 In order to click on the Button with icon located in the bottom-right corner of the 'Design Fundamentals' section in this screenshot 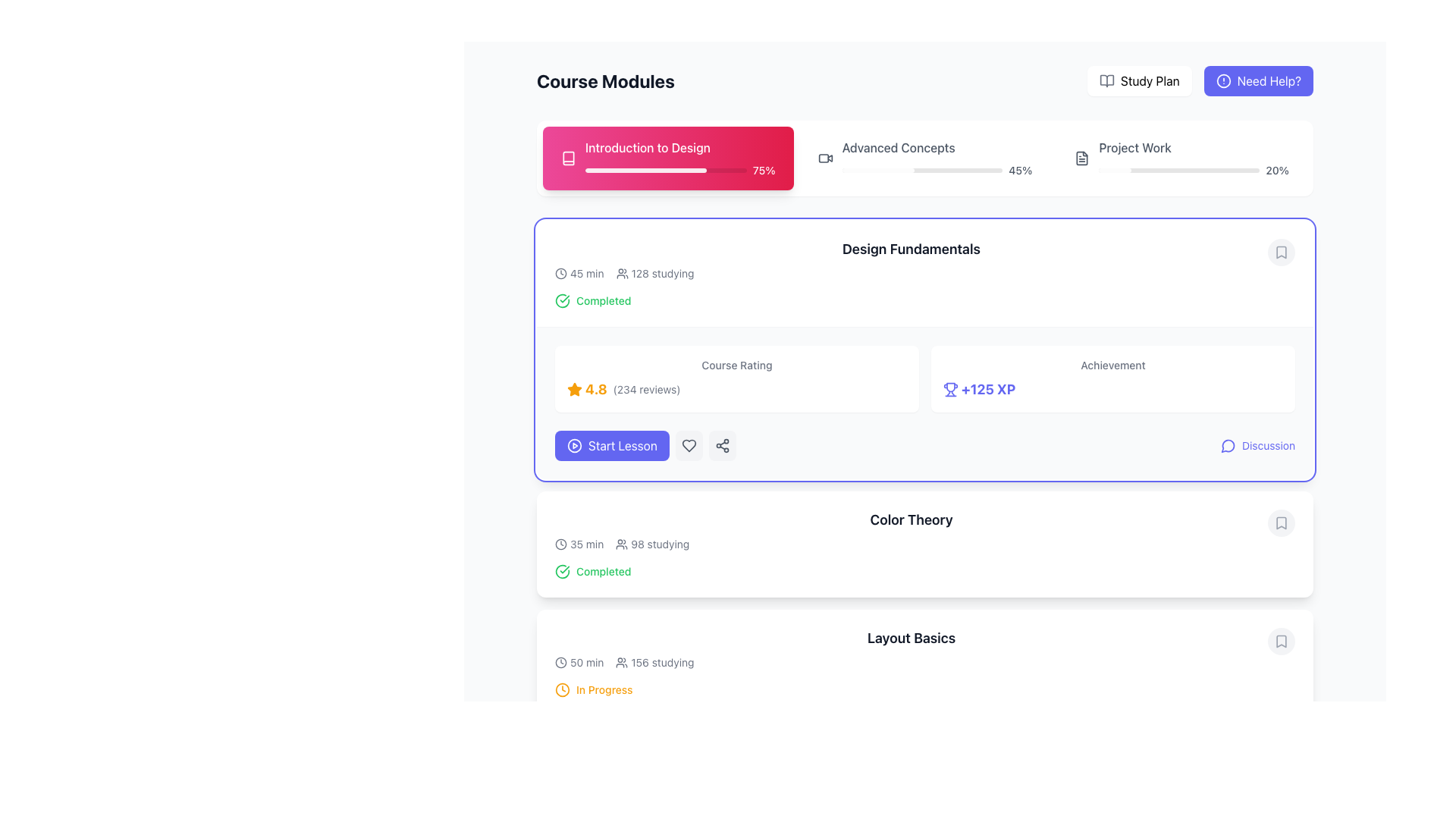, I will do `click(1258, 444)`.